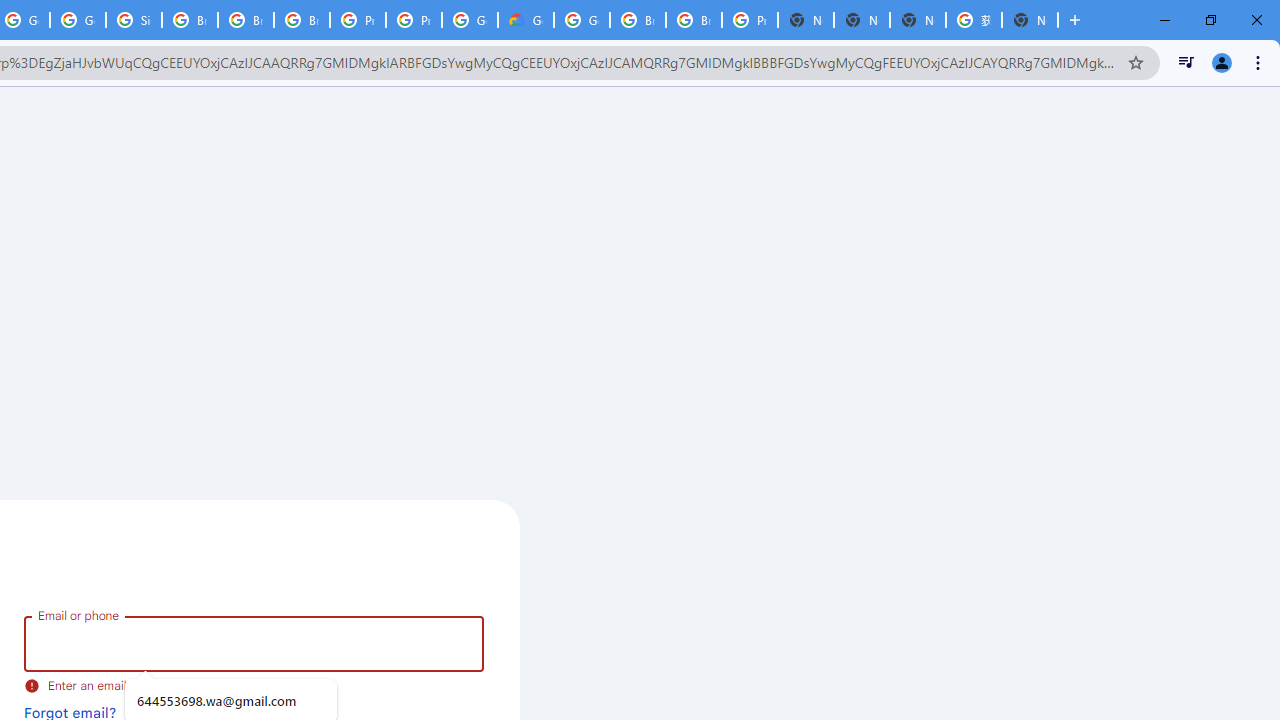 The height and width of the screenshot is (720, 1280). I want to click on 'Browse Chrome as a guest - Computer - Google Chrome Help', so click(637, 20).